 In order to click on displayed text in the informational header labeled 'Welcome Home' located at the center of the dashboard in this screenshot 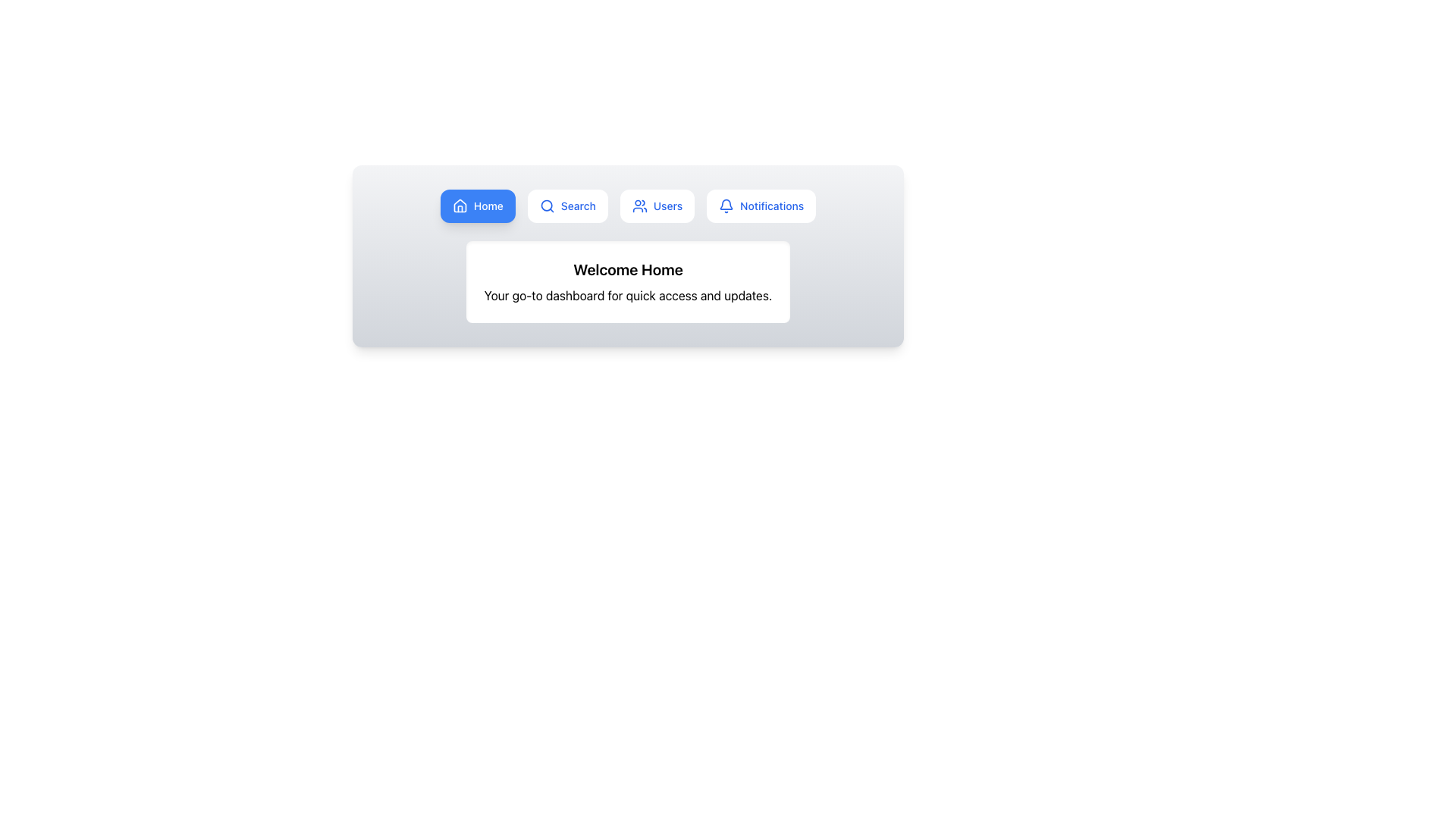, I will do `click(628, 281)`.